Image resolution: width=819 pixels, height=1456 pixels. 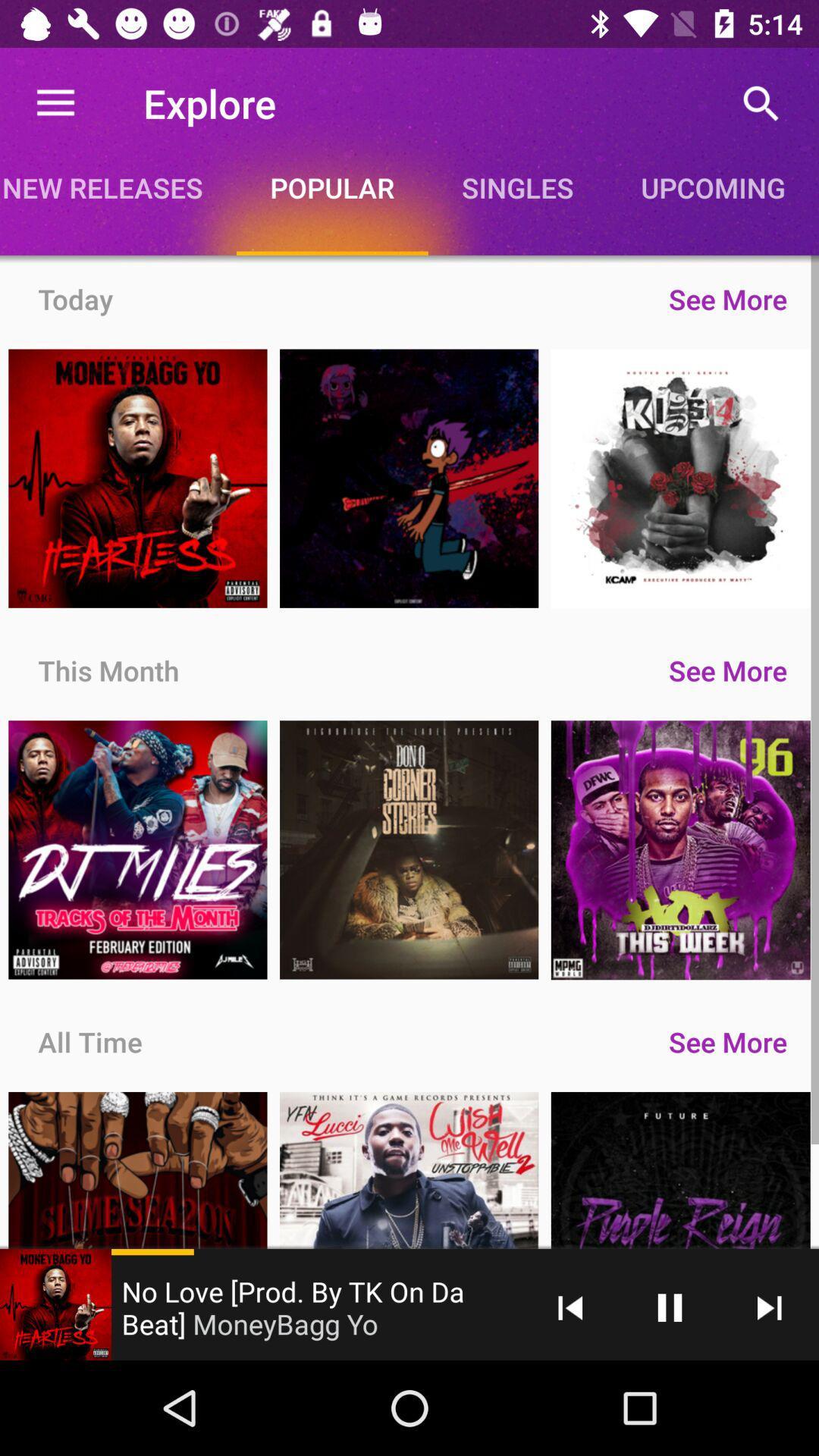 What do you see at coordinates (516, 187) in the screenshot?
I see `singles item` at bounding box center [516, 187].